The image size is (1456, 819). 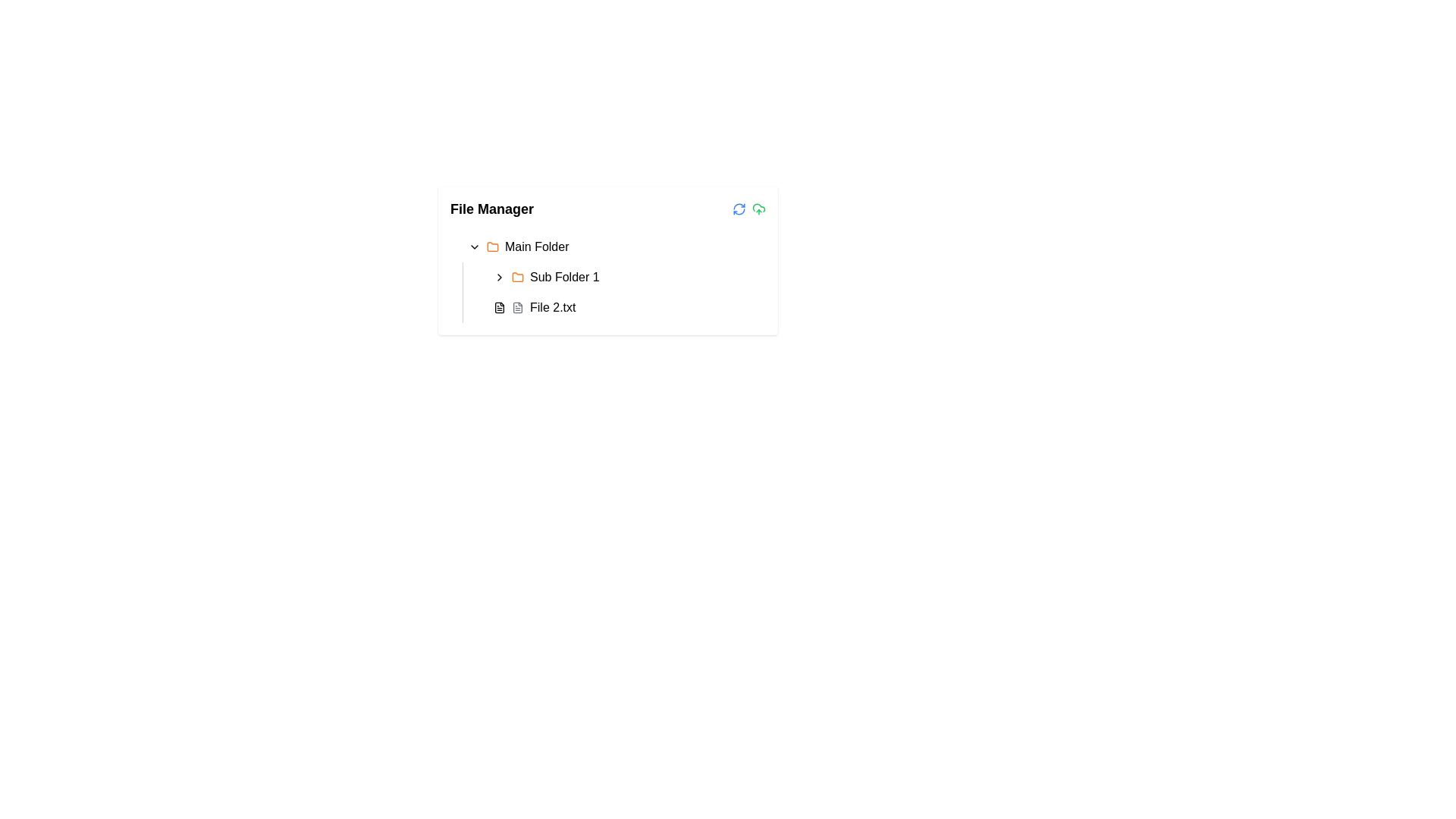 I want to click on the text file icon located in the leftmost region of the 'File 2.txt' row in the file manager interface, so click(x=517, y=307).